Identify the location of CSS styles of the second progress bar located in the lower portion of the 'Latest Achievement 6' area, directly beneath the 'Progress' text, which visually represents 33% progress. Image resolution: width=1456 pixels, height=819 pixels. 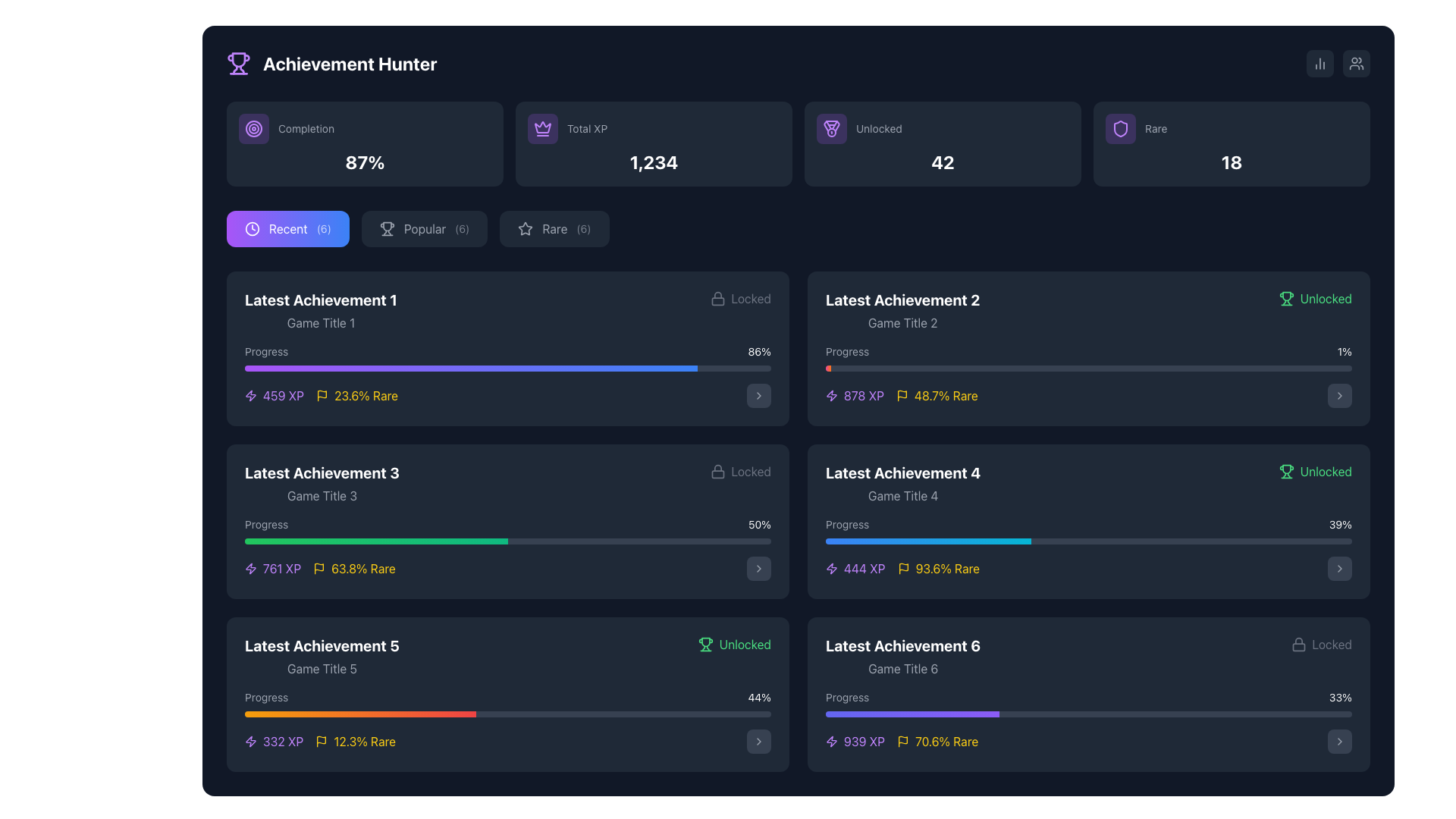
(1087, 714).